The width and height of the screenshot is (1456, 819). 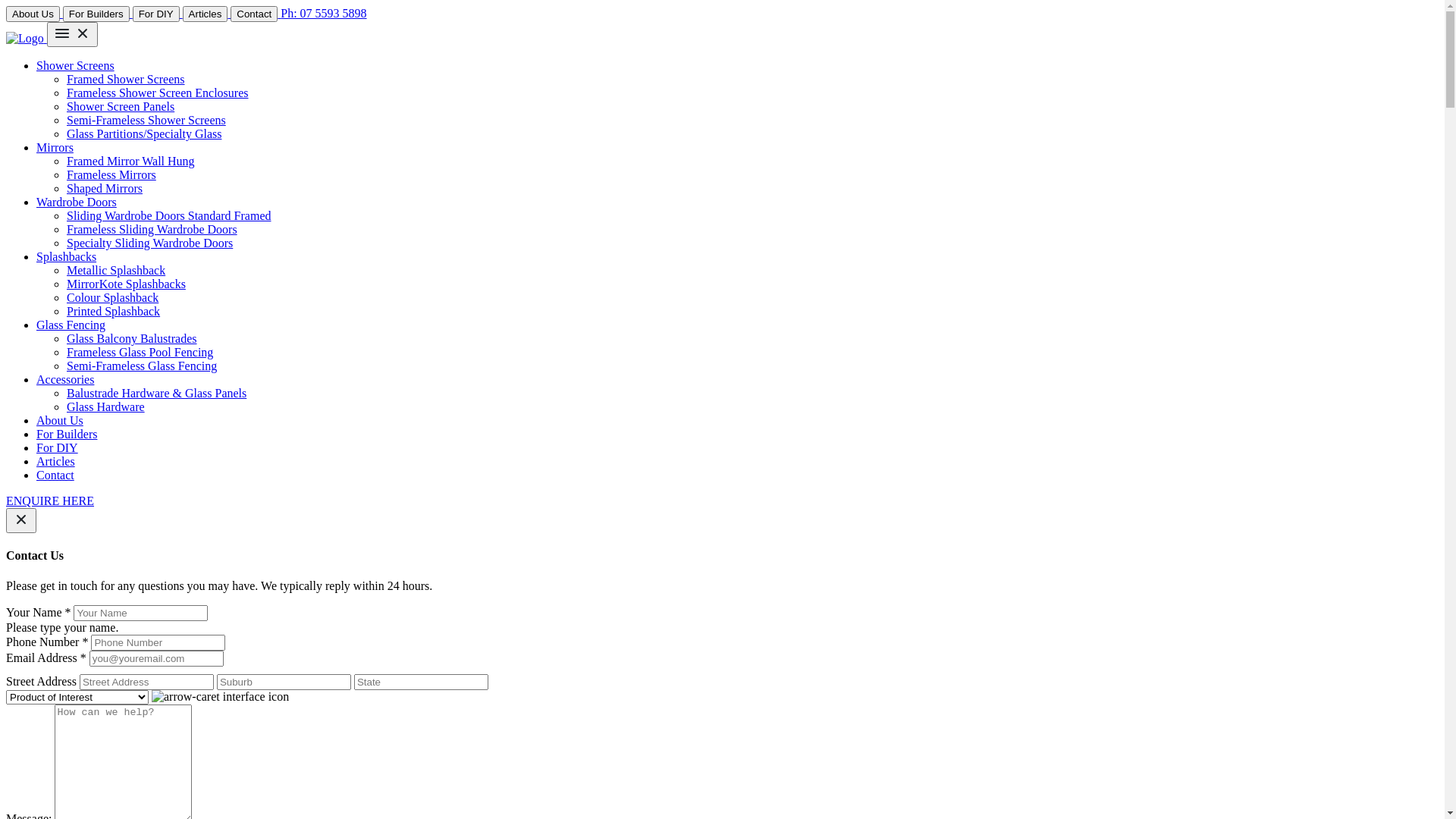 What do you see at coordinates (65, 352) in the screenshot?
I see `'Frameless Glass Pool Fencing'` at bounding box center [65, 352].